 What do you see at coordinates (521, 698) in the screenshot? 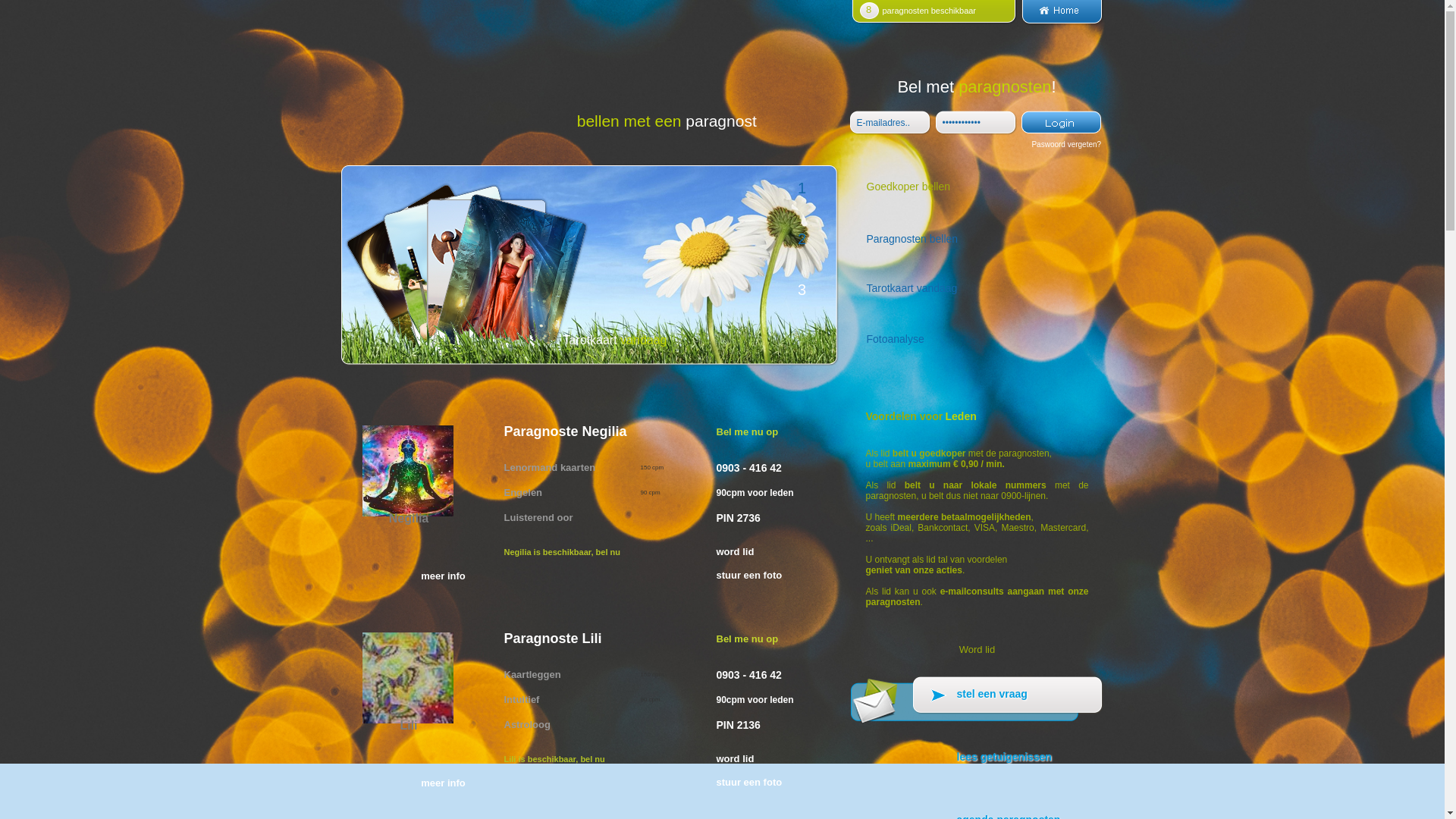
I see `'Intuitief'` at bounding box center [521, 698].